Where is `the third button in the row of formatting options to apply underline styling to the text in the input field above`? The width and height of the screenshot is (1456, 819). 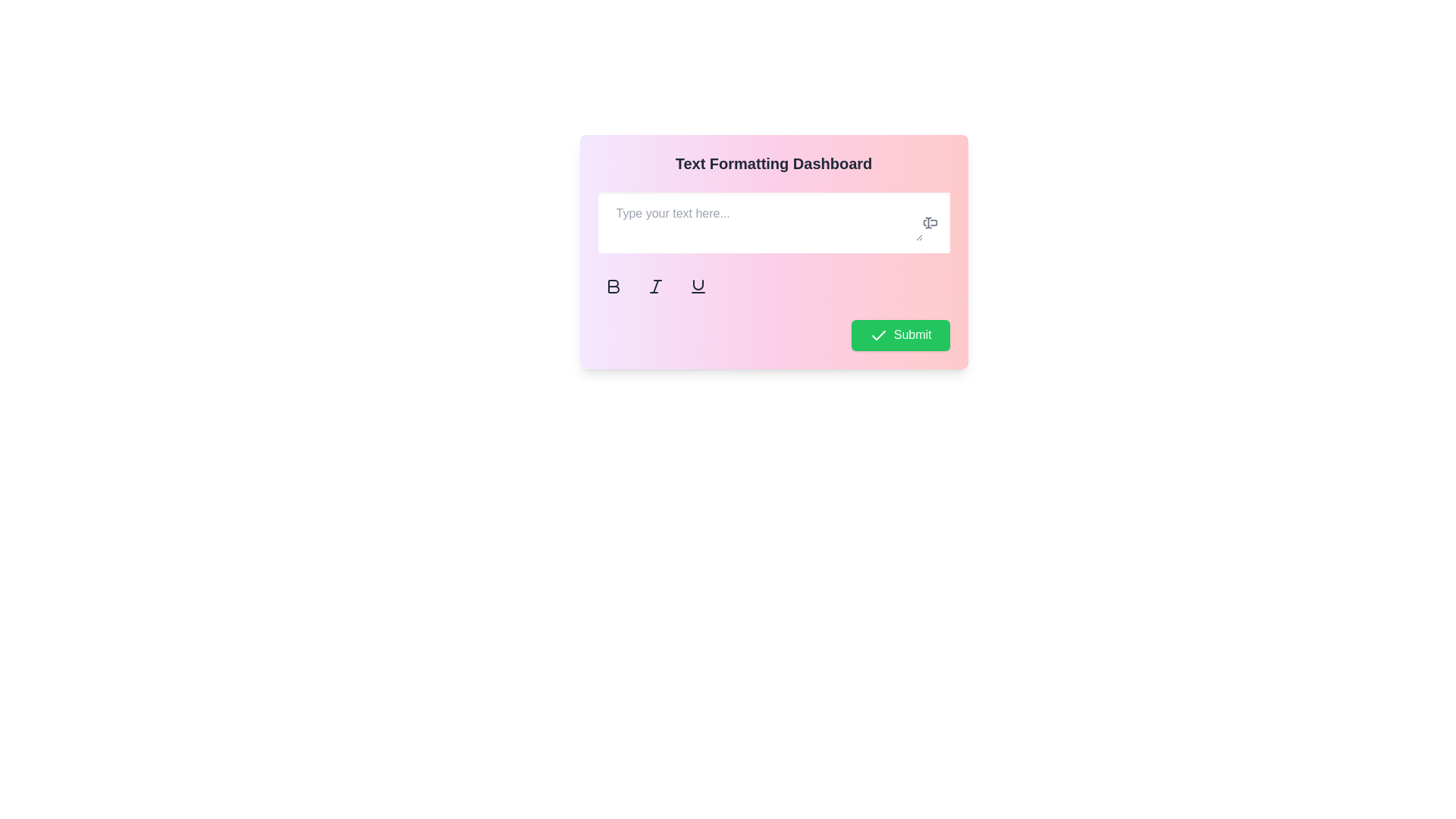
the third button in the row of formatting options to apply underline styling to the text in the input field above is located at coordinates (697, 287).